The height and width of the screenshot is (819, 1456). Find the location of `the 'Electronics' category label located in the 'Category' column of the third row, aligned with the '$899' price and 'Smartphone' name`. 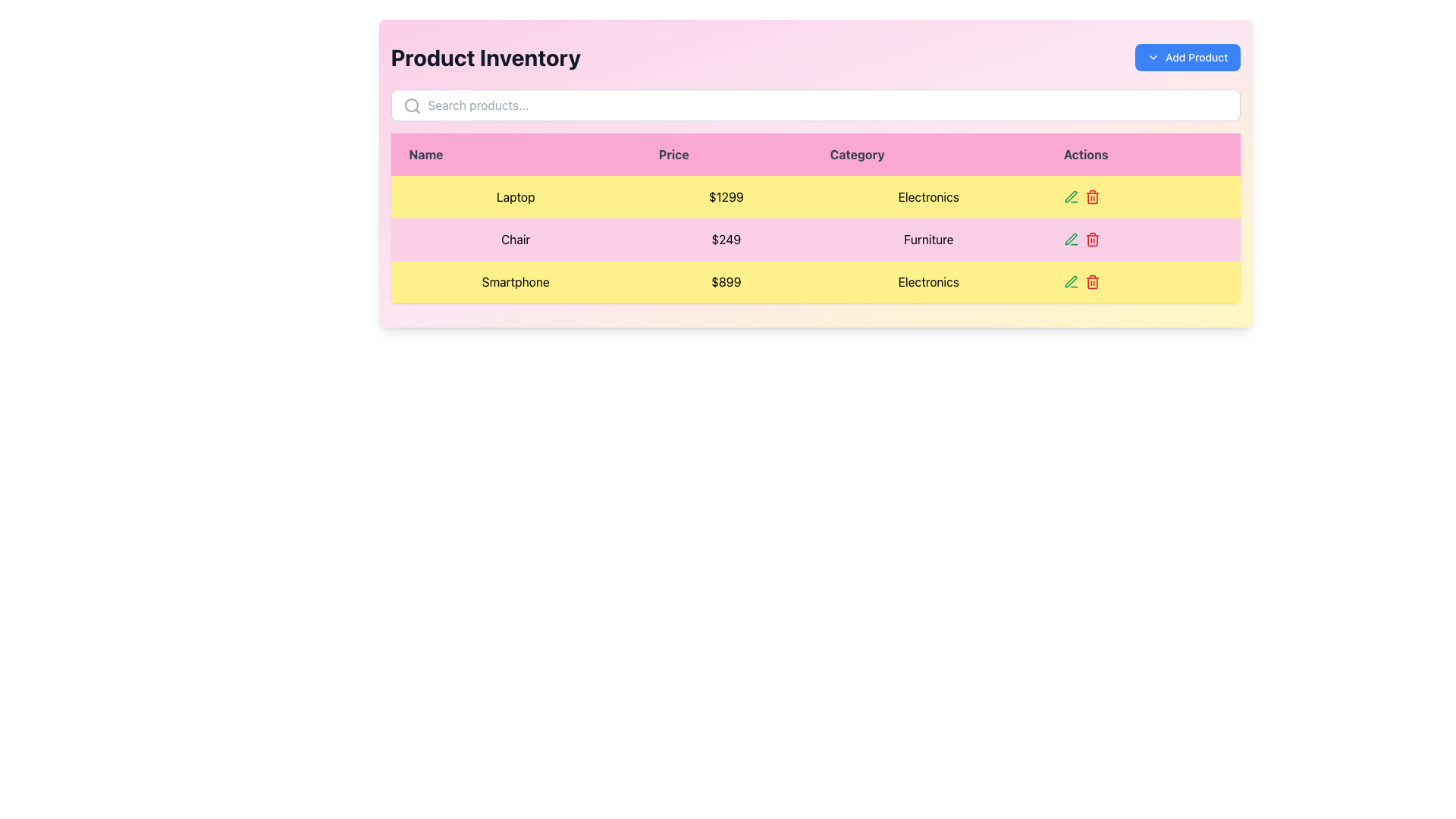

the 'Electronics' category label located in the 'Category' column of the third row, aligned with the '$899' price and 'Smartphone' name is located at coordinates (927, 281).